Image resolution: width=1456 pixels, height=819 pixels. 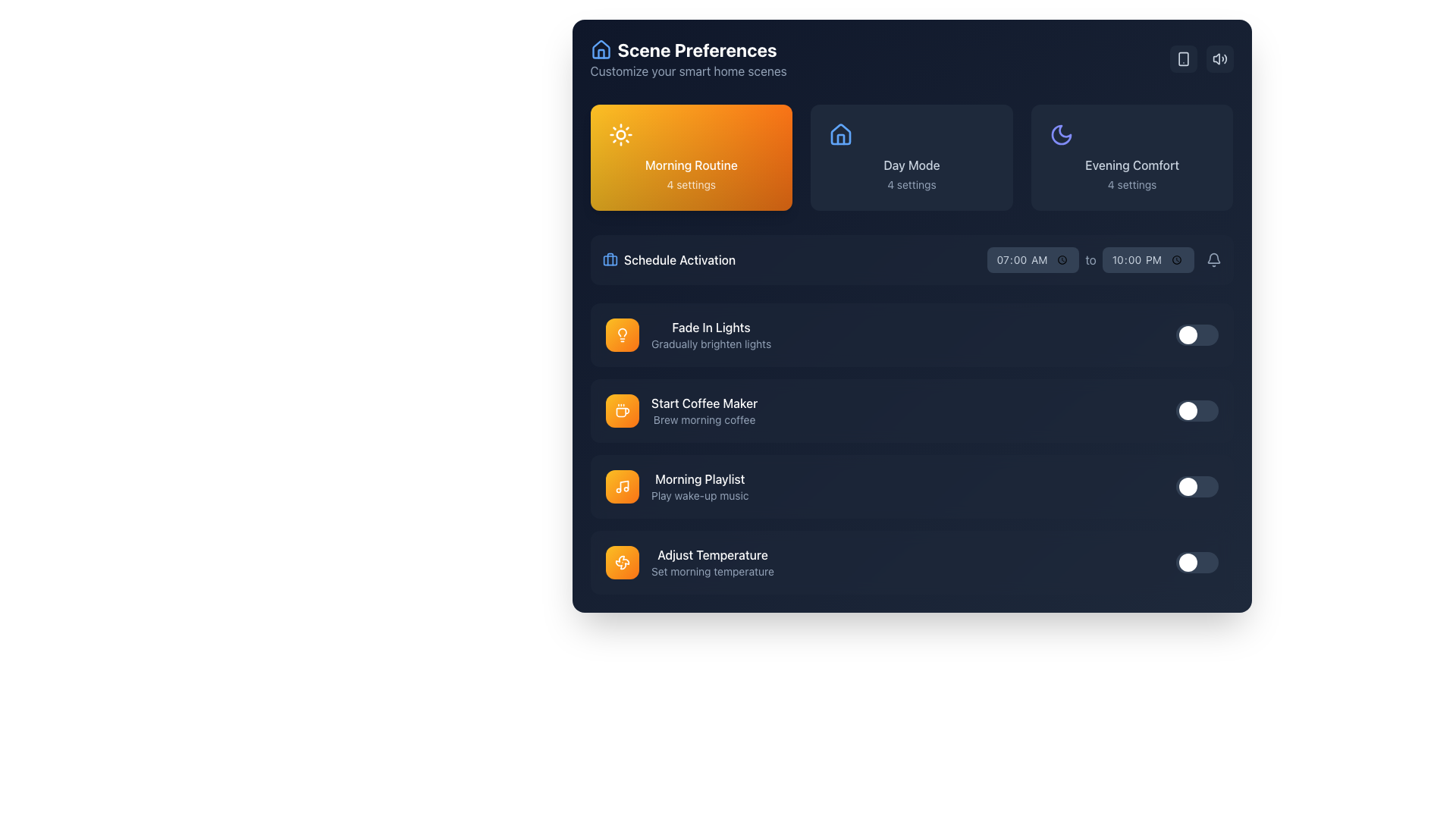 What do you see at coordinates (690, 184) in the screenshot?
I see `the text label indicating the number of configurations available for the 'Morning Routine' scene, which is located beneath the title text 'Morning Routine' within the 'Morning Routine' card` at bounding box center [690, 184].